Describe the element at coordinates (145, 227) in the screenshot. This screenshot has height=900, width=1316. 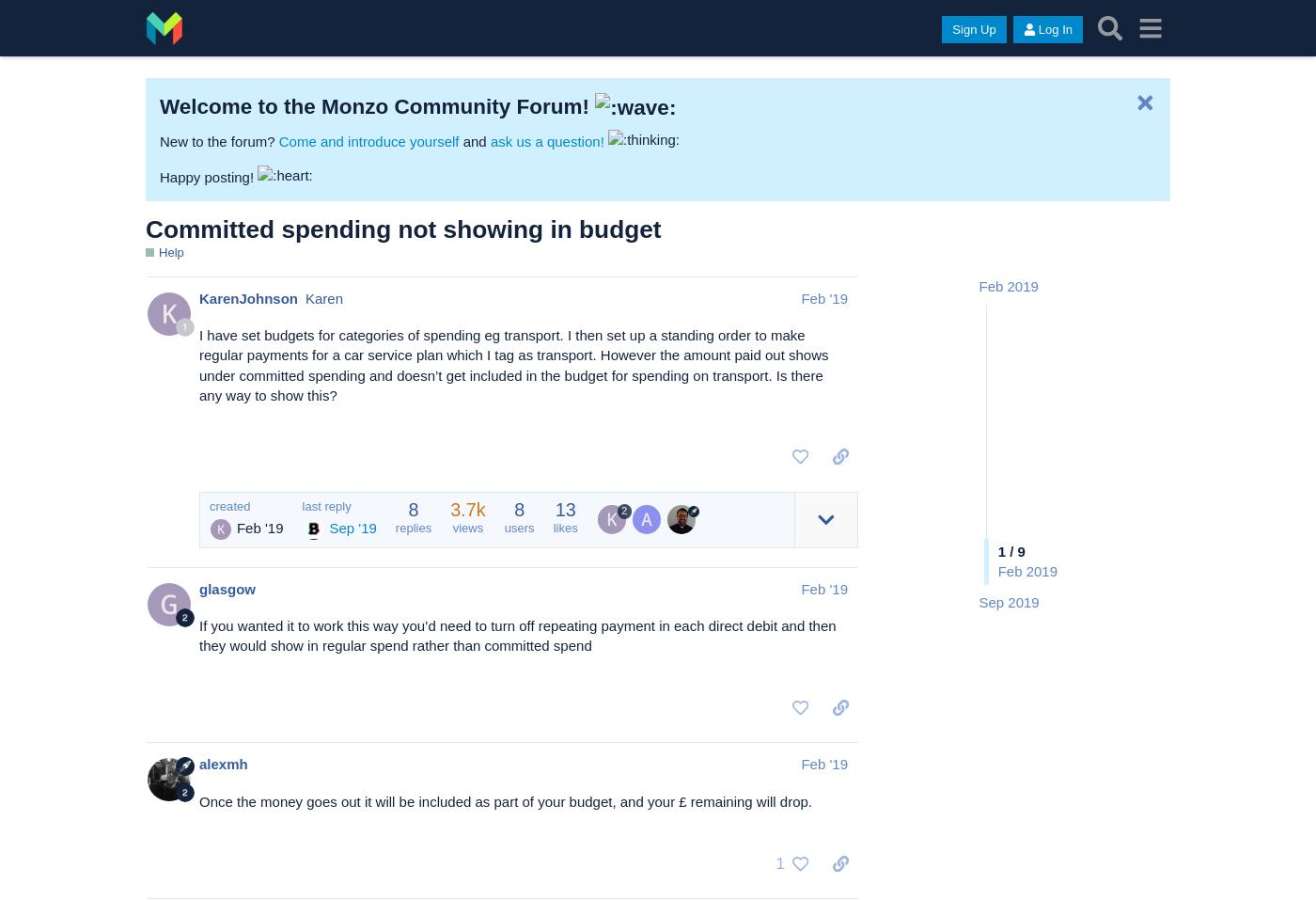
I see `'Committed spending not showing in budget'` at that location.